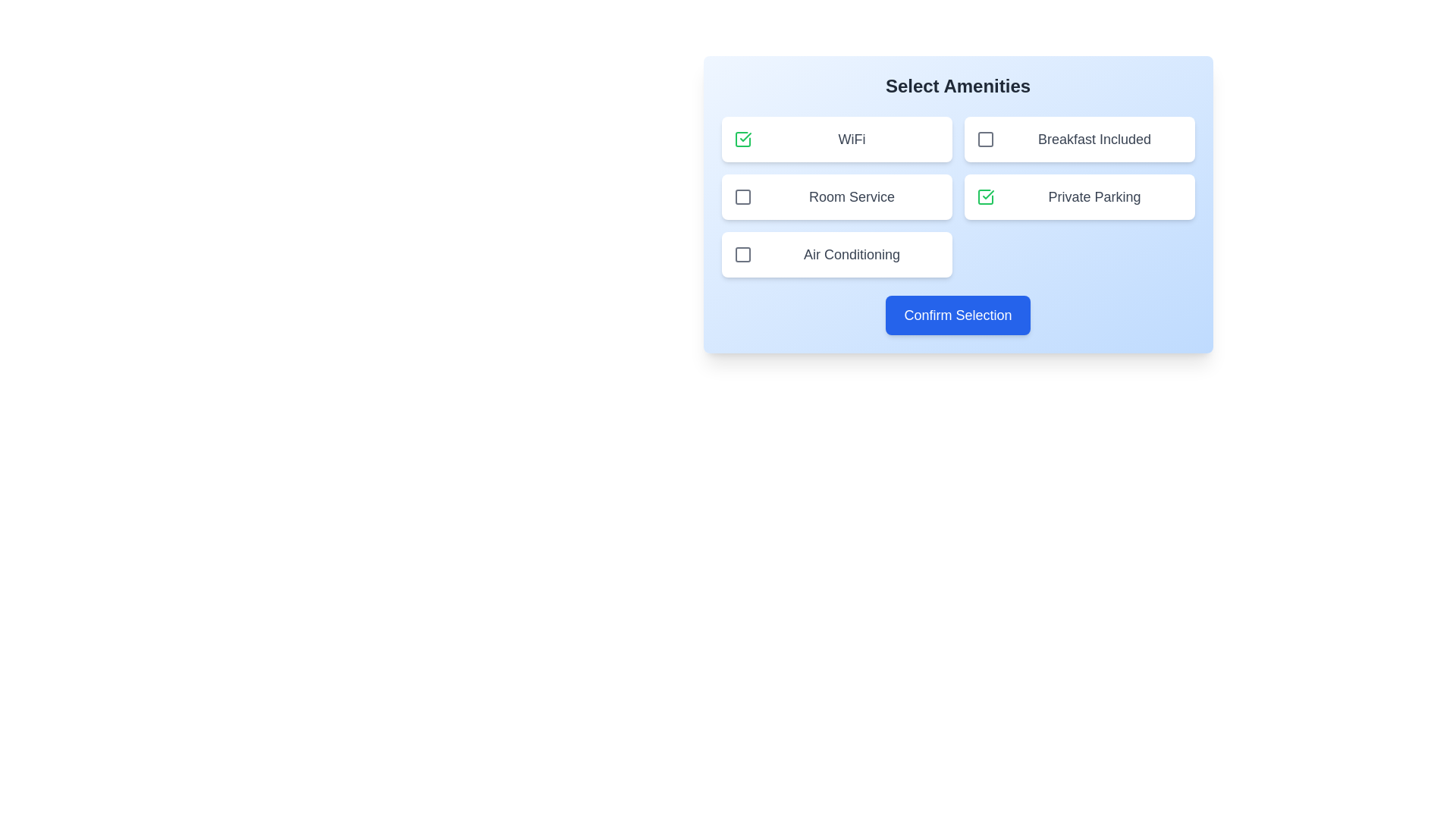 This screenshot has width=1456, height=819. Describe the element at coordinates (987, 194) in the screenshot. I see `the green checkmark icon that indicates the selection state of the 'Private Parking' checkbox` at that location.